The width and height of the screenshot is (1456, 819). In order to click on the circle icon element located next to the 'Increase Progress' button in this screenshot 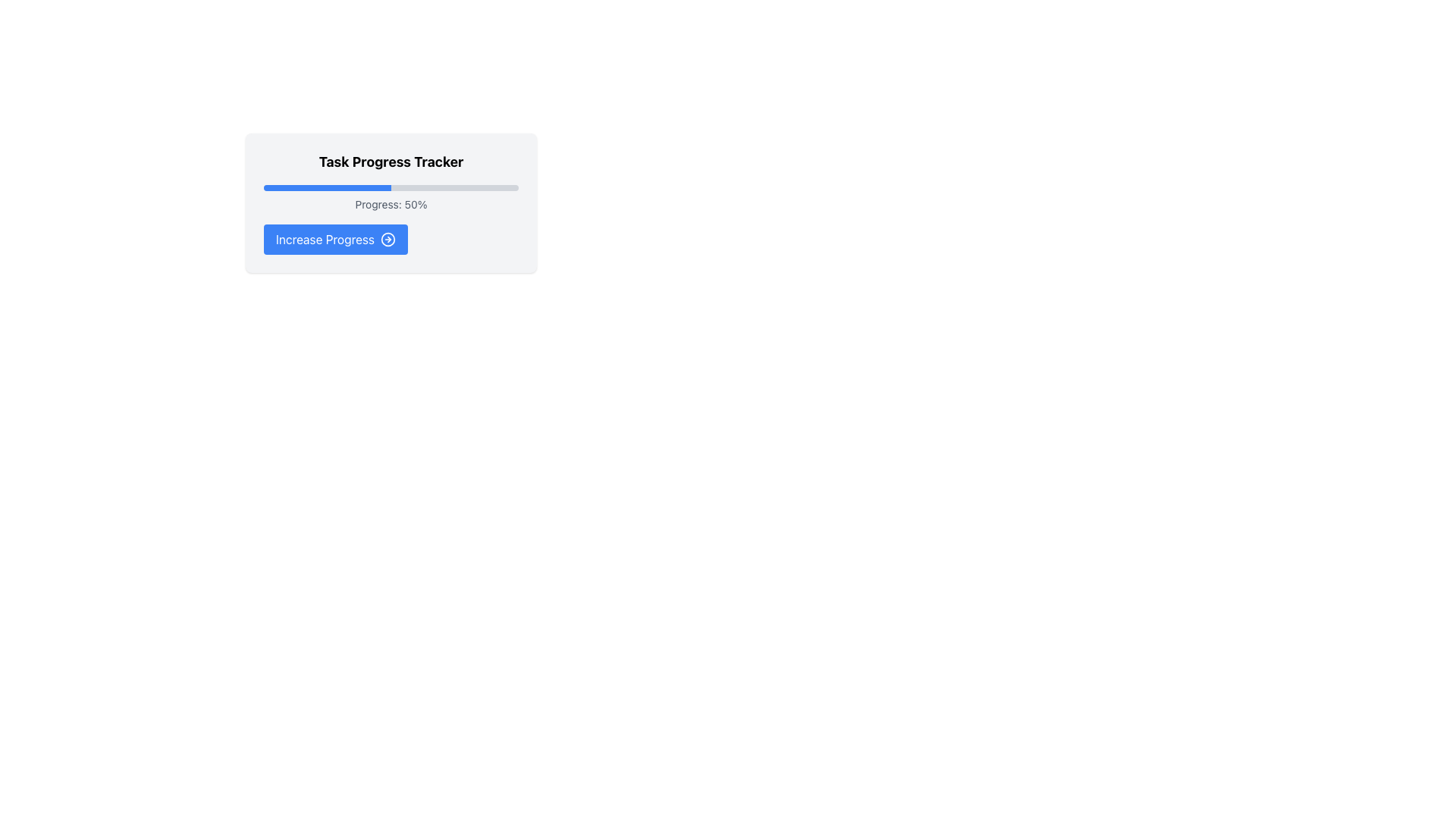, I will do `click(388, 239)`.